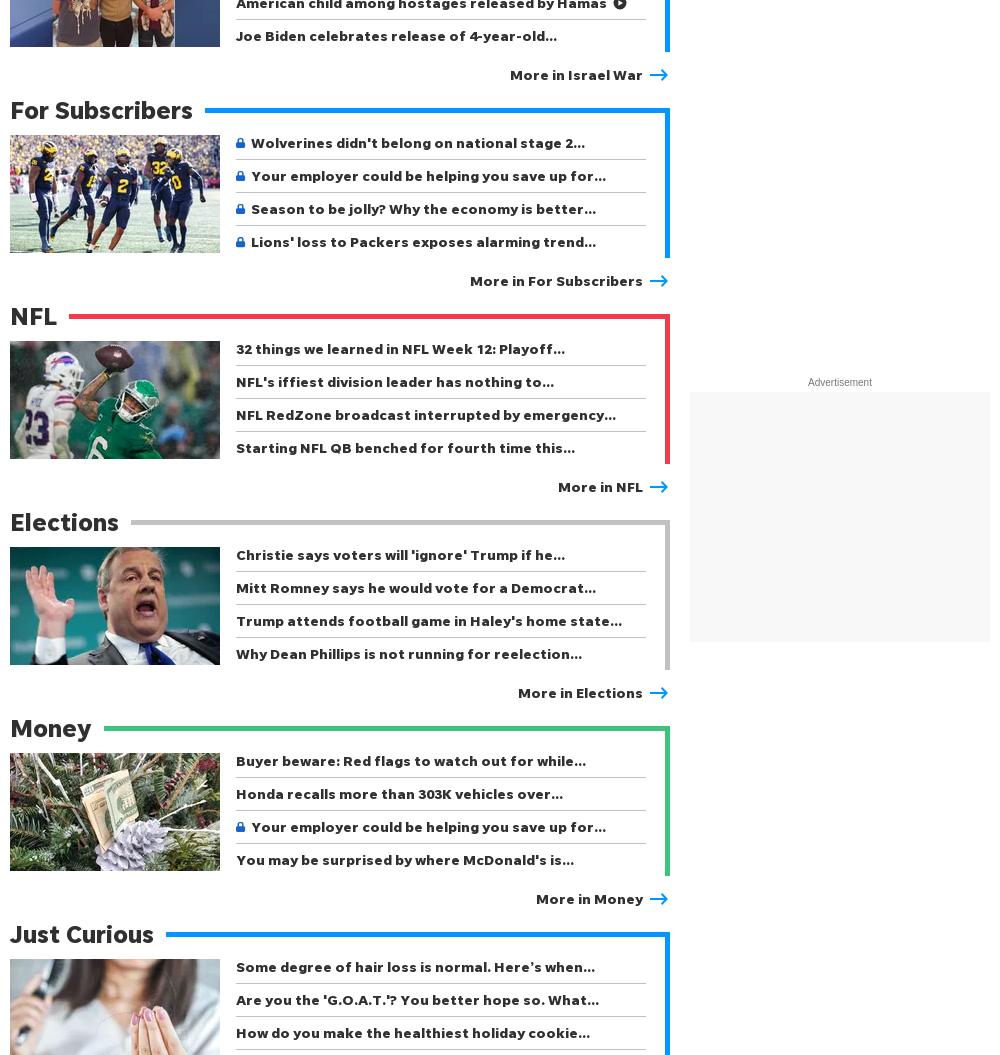  I want to click on 'More in Israel War', so click(510, 73).